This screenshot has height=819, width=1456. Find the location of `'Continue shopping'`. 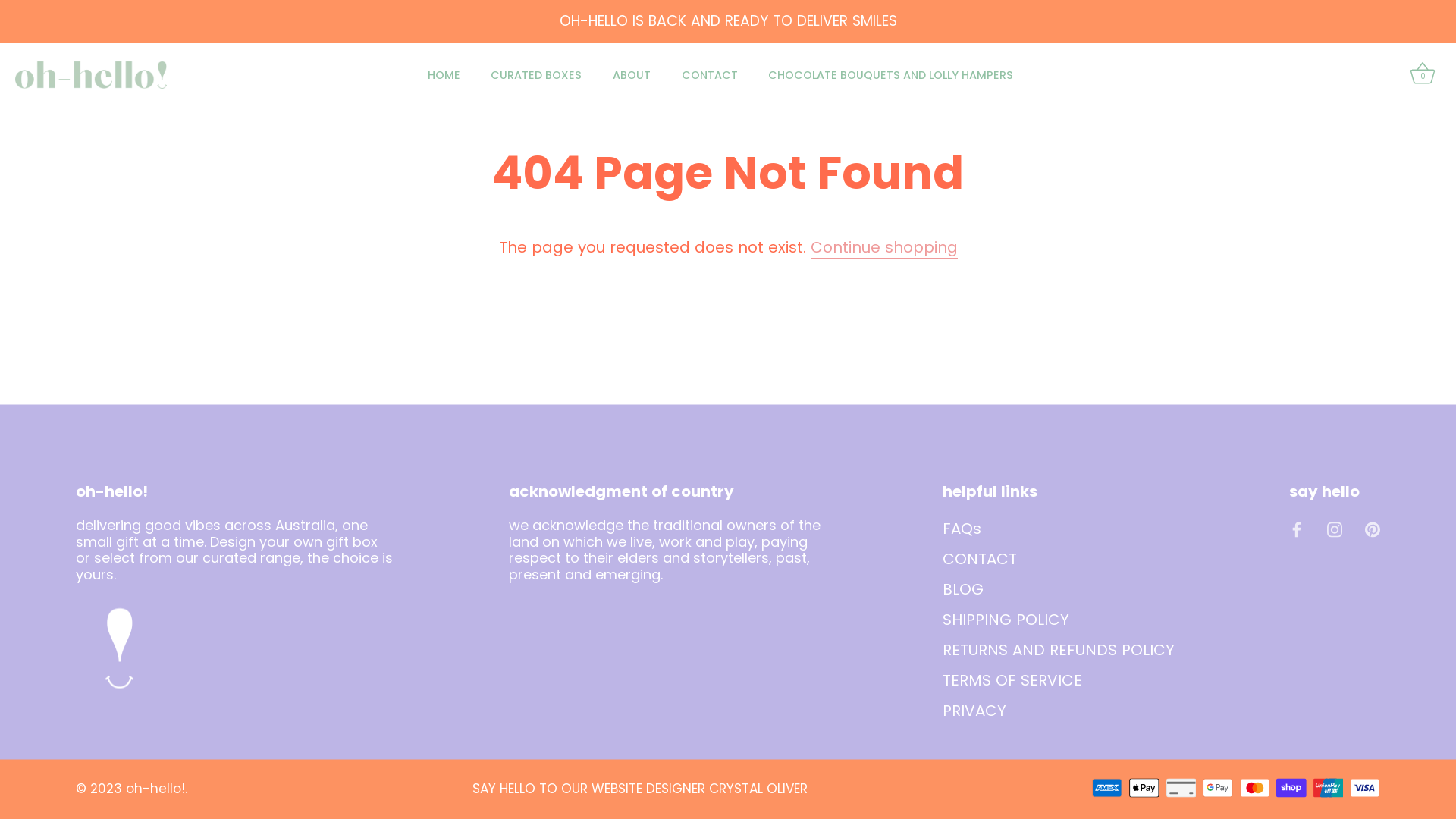

'Continue shopping' is located at coordinates (883, 246).